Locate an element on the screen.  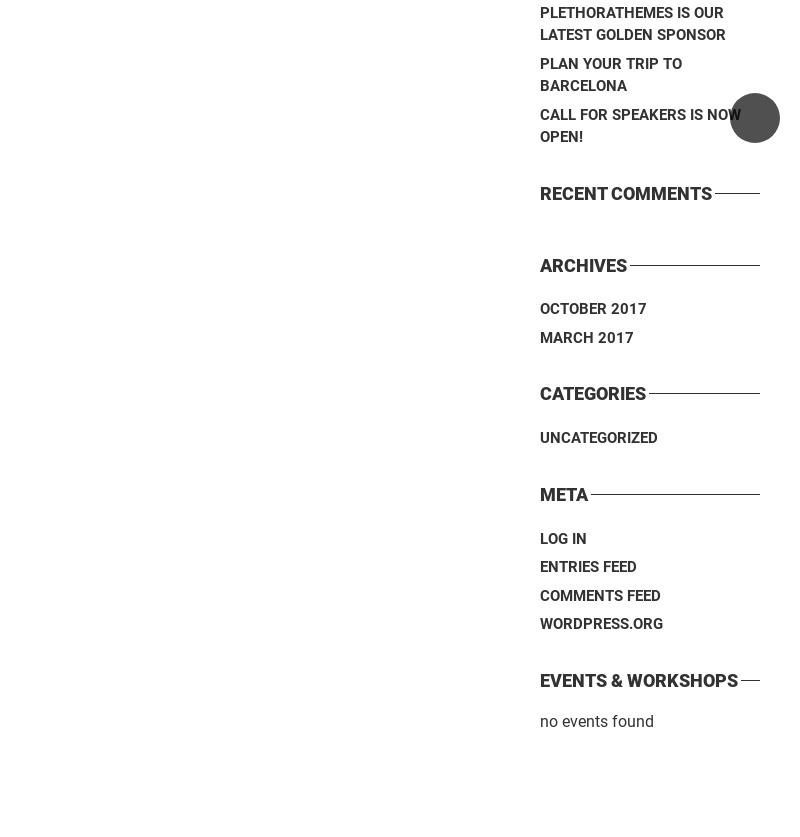
'Recent Comments' is located at coordinates (626, 191).